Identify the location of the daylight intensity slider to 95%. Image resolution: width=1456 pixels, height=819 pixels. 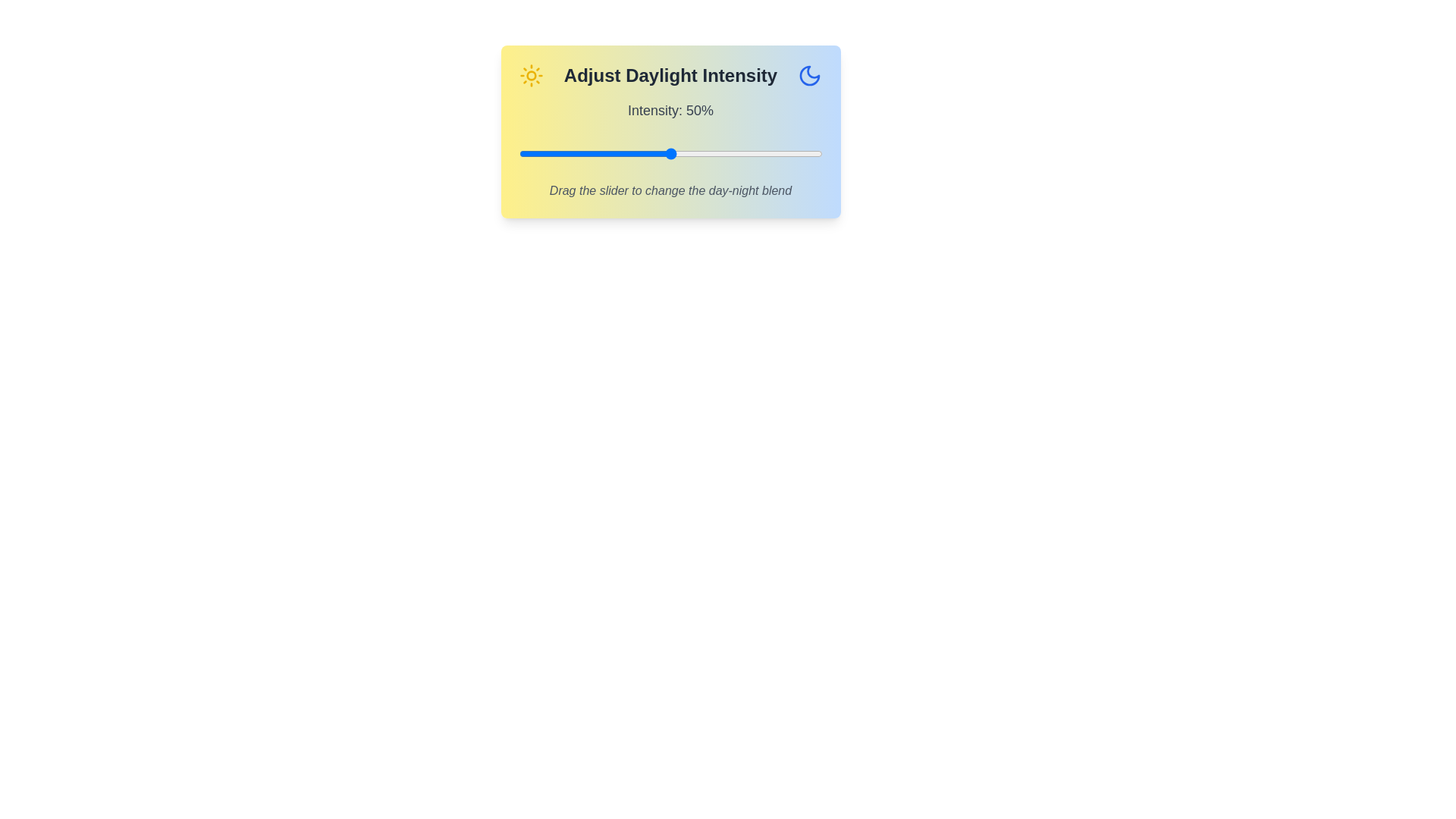
(806, 154).